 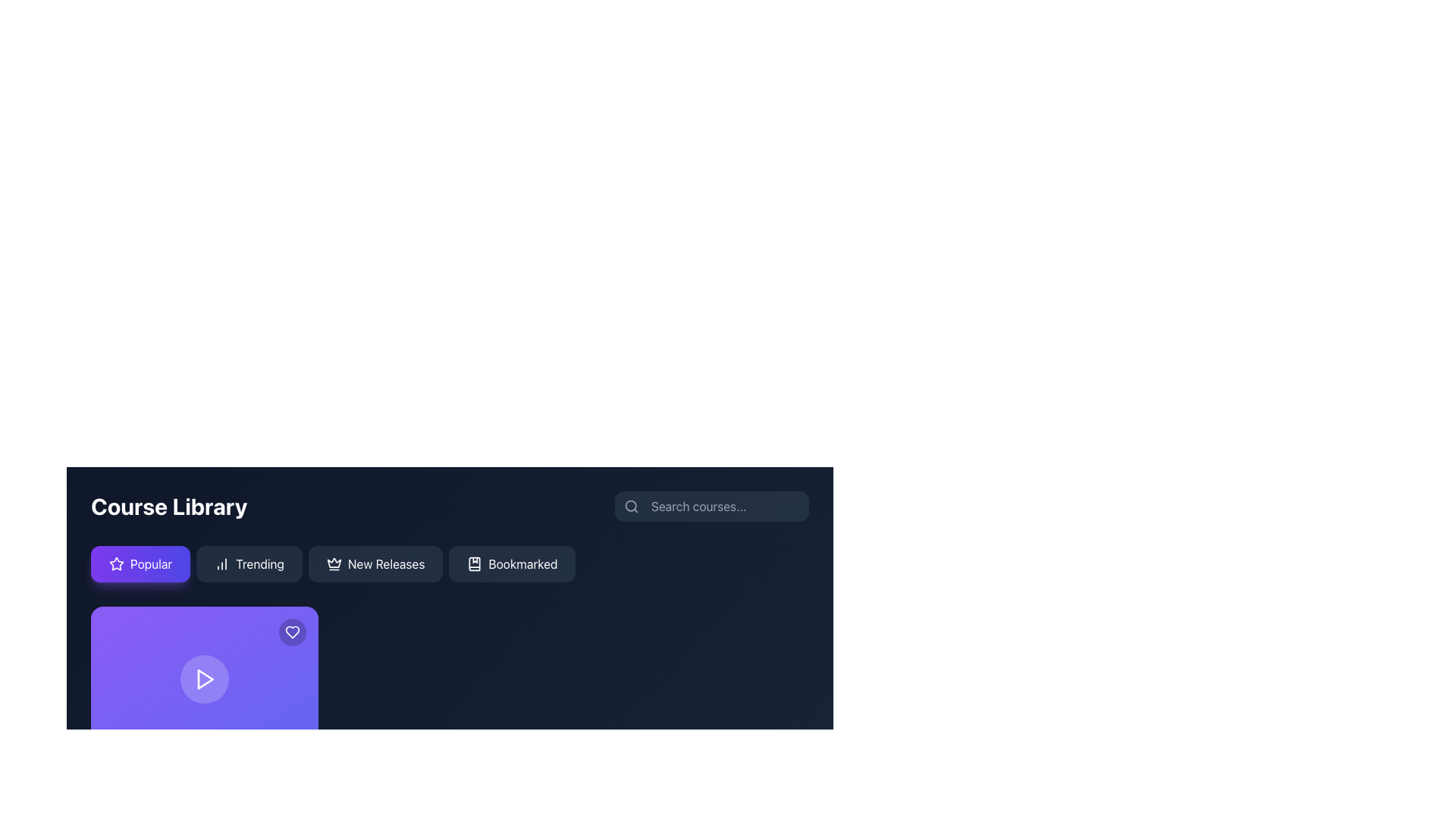 What do you see at coordinates (260, 564) in the screenshot?
I see `the 'Trending' text label within the navigational button` at bounding box center [260, 564].